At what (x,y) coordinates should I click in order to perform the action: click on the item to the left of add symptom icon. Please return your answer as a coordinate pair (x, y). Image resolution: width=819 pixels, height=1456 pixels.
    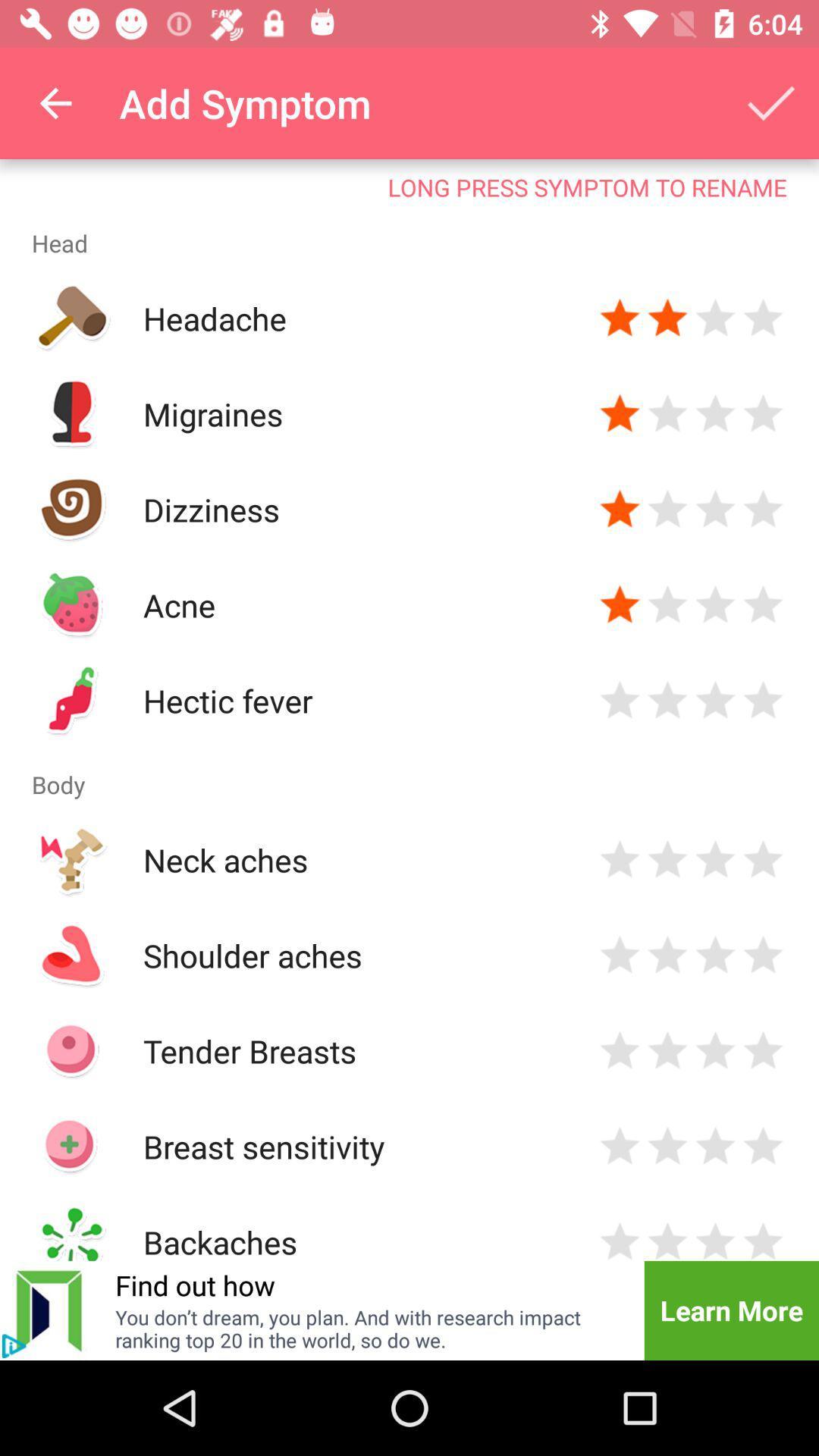
    Looking at the image, I should click on (55, 102).